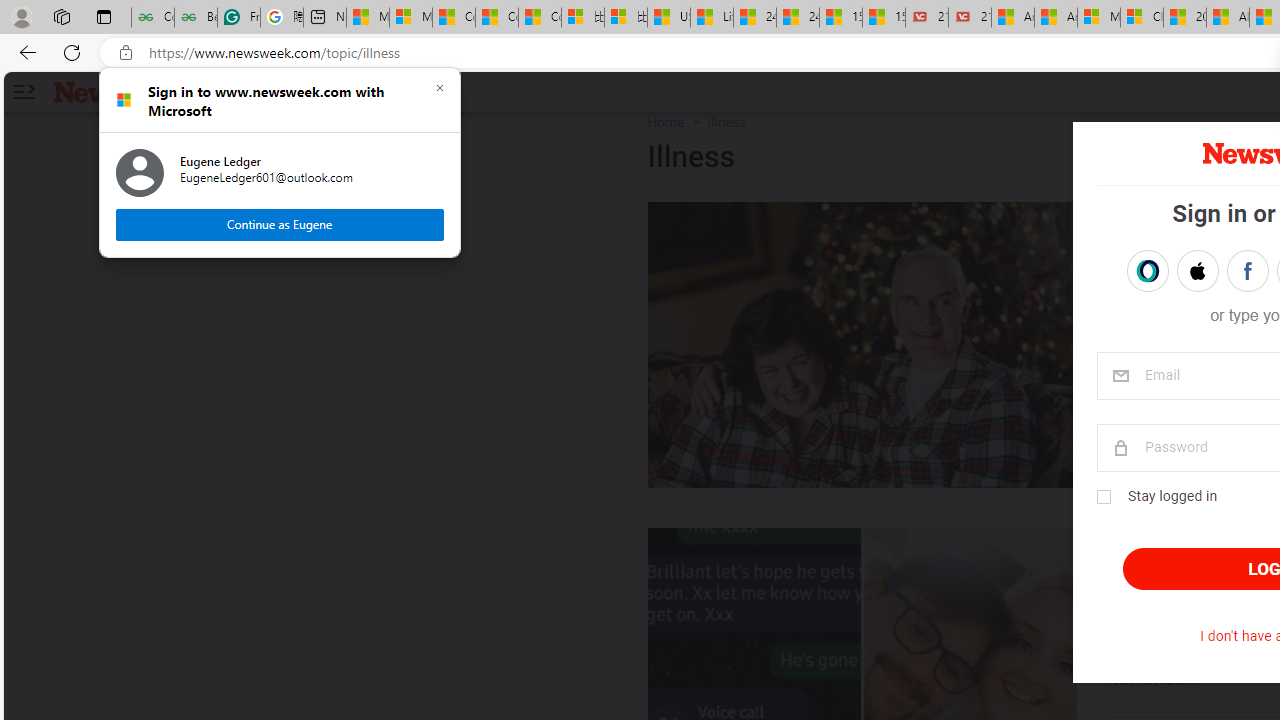  Describe the element at coordinates (1147, 271) in the screenshot. I see `'Sign in with OPENPASS'` at that location.